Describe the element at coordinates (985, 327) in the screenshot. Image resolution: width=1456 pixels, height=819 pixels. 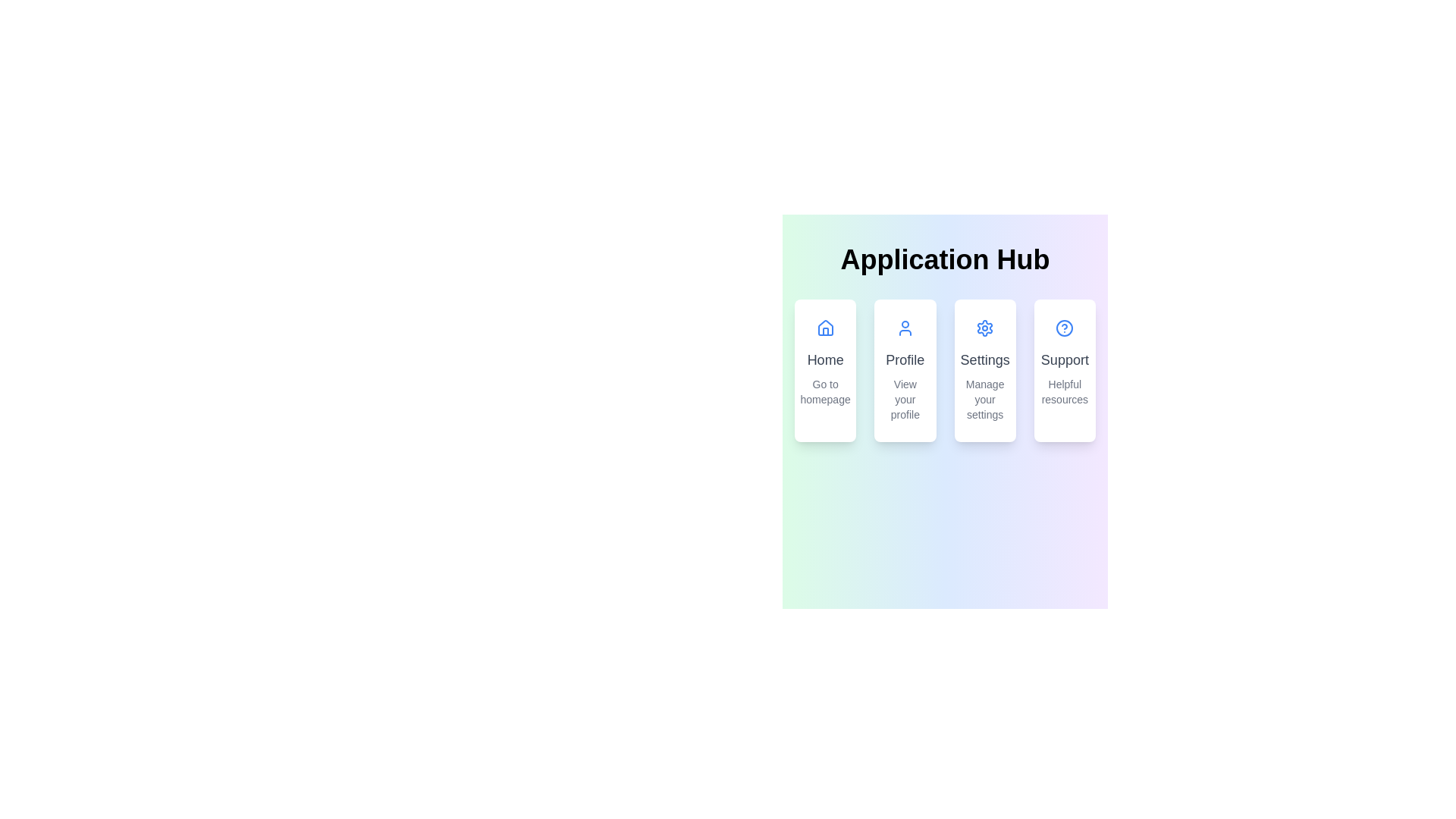
I see `the blue gear icon representing settings located at the top of the 'Settings' card in the grid of cards` at that location.